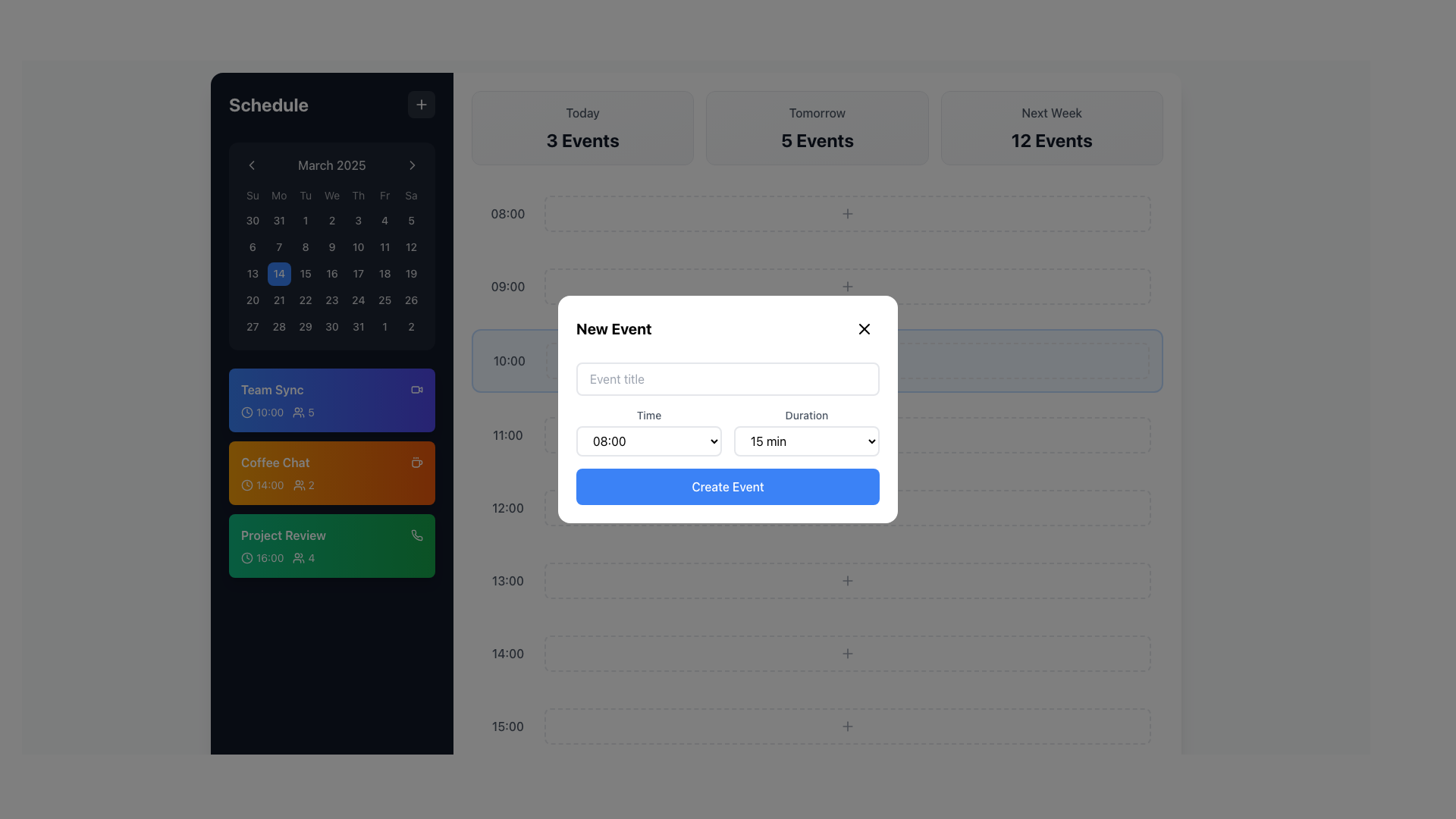 The height and width of the screenshot is (819, 1456). What do you see at coordinates (305, 274) in the screenshot?
I see `the square-shaped button with rounded corners displaying the number '15' in white text` at bounding box center [305, 274].